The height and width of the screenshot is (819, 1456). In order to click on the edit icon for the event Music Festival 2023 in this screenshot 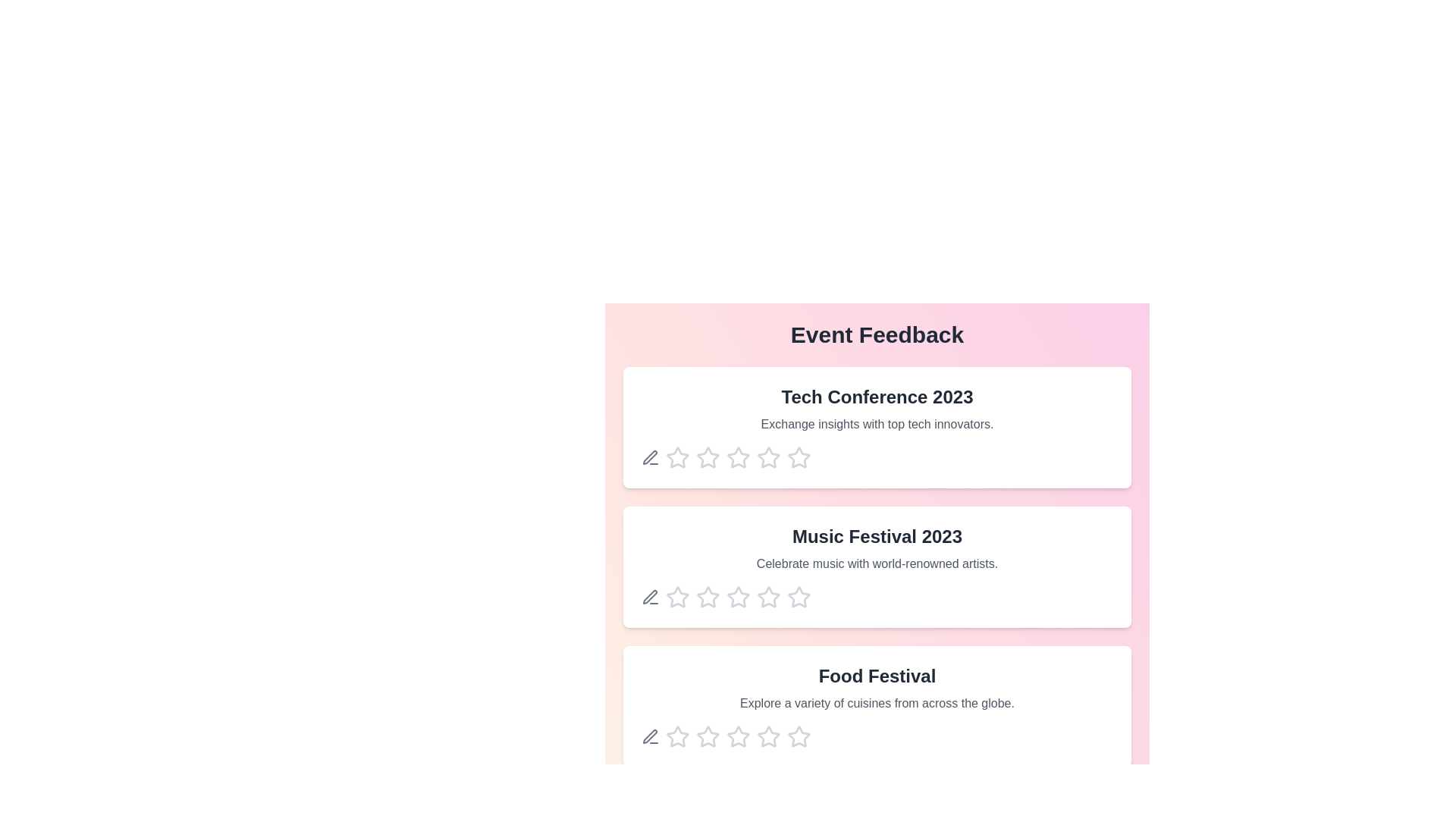, I will do `click(651, 596)`.